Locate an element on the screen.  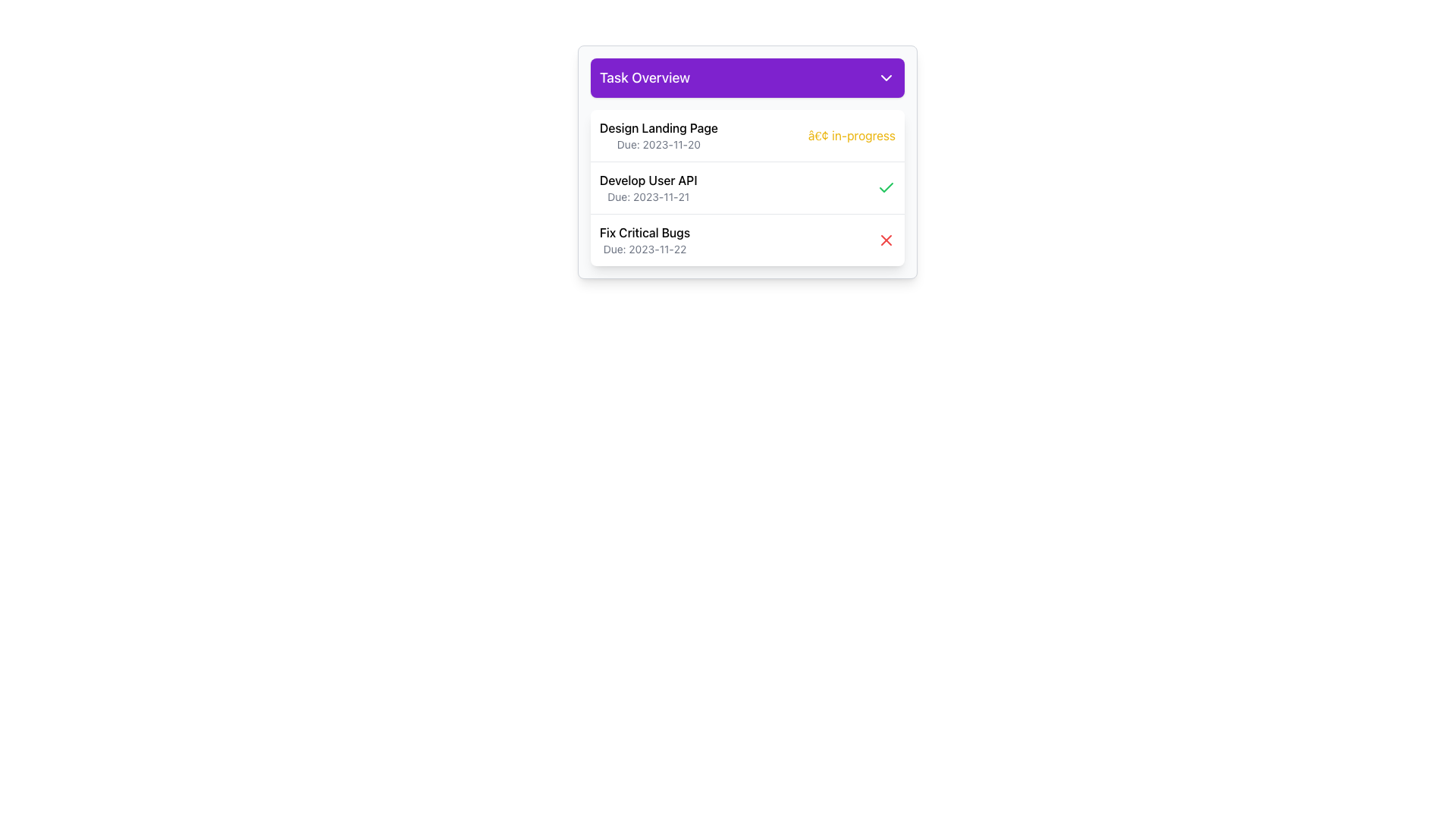
the text label displaying 'Due: 2023-11-20', which is styled in gray and is located below 'Design Landing Page' in the 'Task Overview' section is located at coordinates (658, 145).